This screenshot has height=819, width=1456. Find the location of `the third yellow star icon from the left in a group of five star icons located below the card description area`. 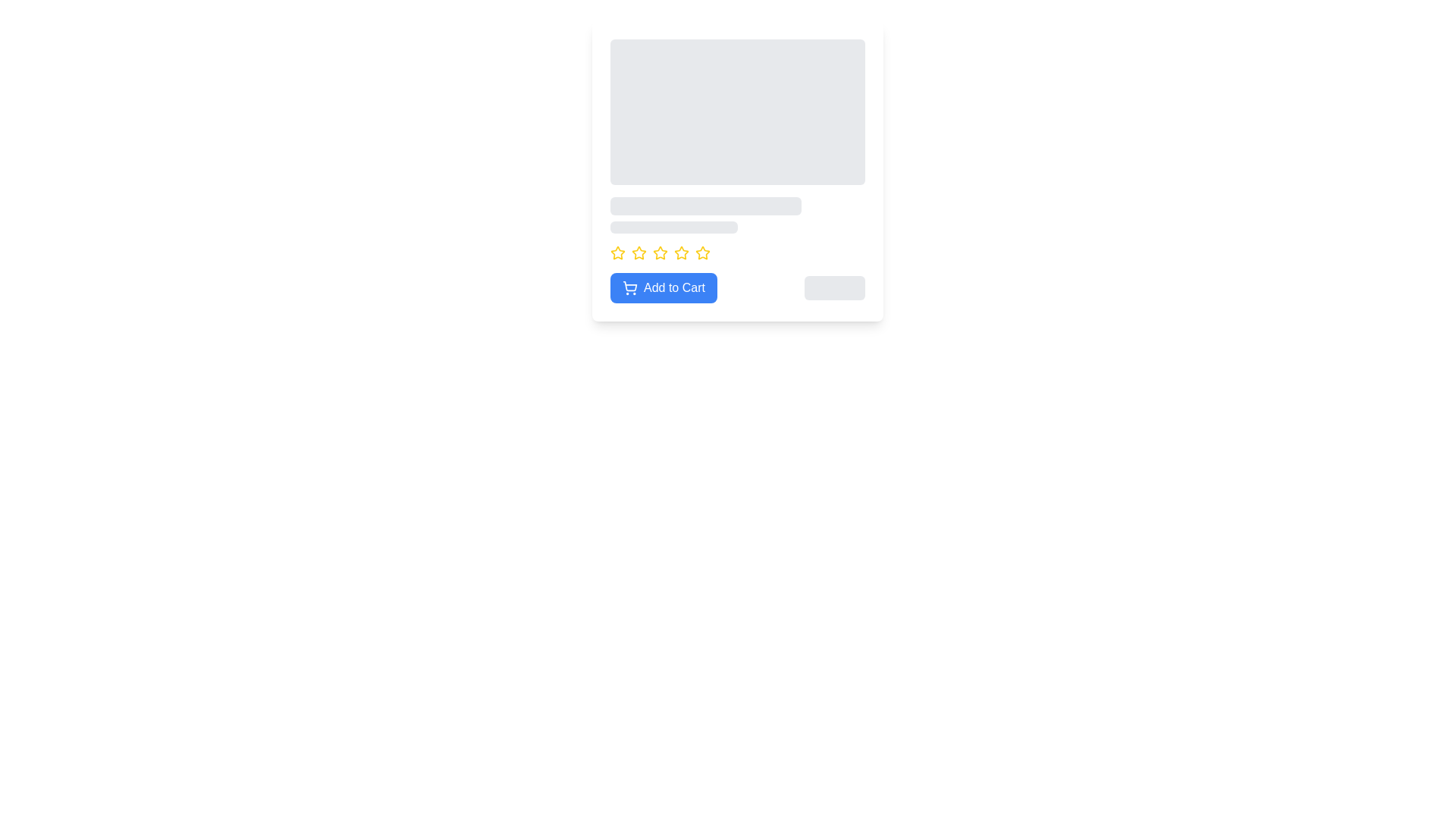

the third yellow star icon from the left in a group of five star icons located below the card description area is located at coordinates (639, 253).